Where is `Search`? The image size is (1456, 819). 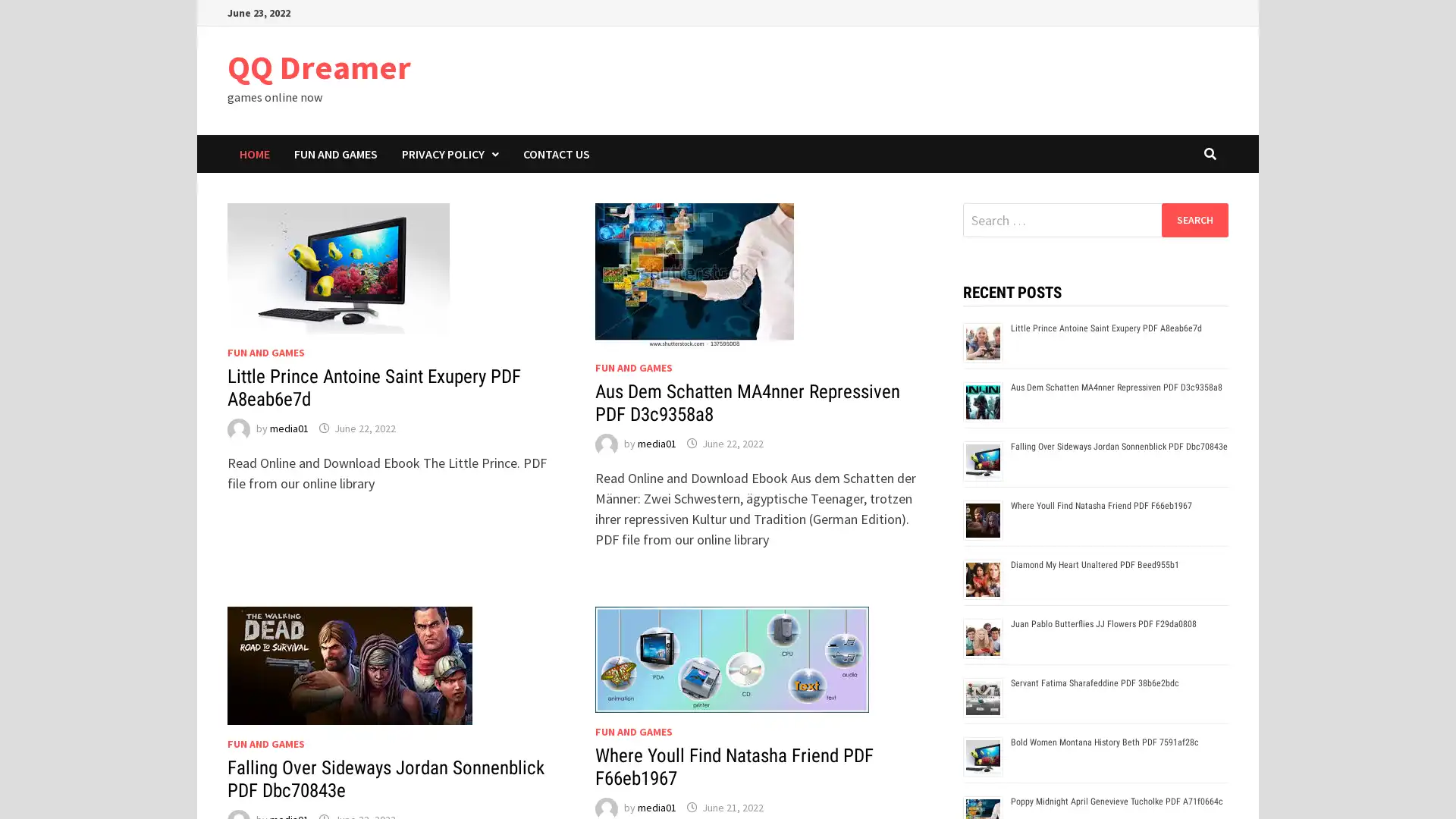 Search is located at coordinates (1194, 219).